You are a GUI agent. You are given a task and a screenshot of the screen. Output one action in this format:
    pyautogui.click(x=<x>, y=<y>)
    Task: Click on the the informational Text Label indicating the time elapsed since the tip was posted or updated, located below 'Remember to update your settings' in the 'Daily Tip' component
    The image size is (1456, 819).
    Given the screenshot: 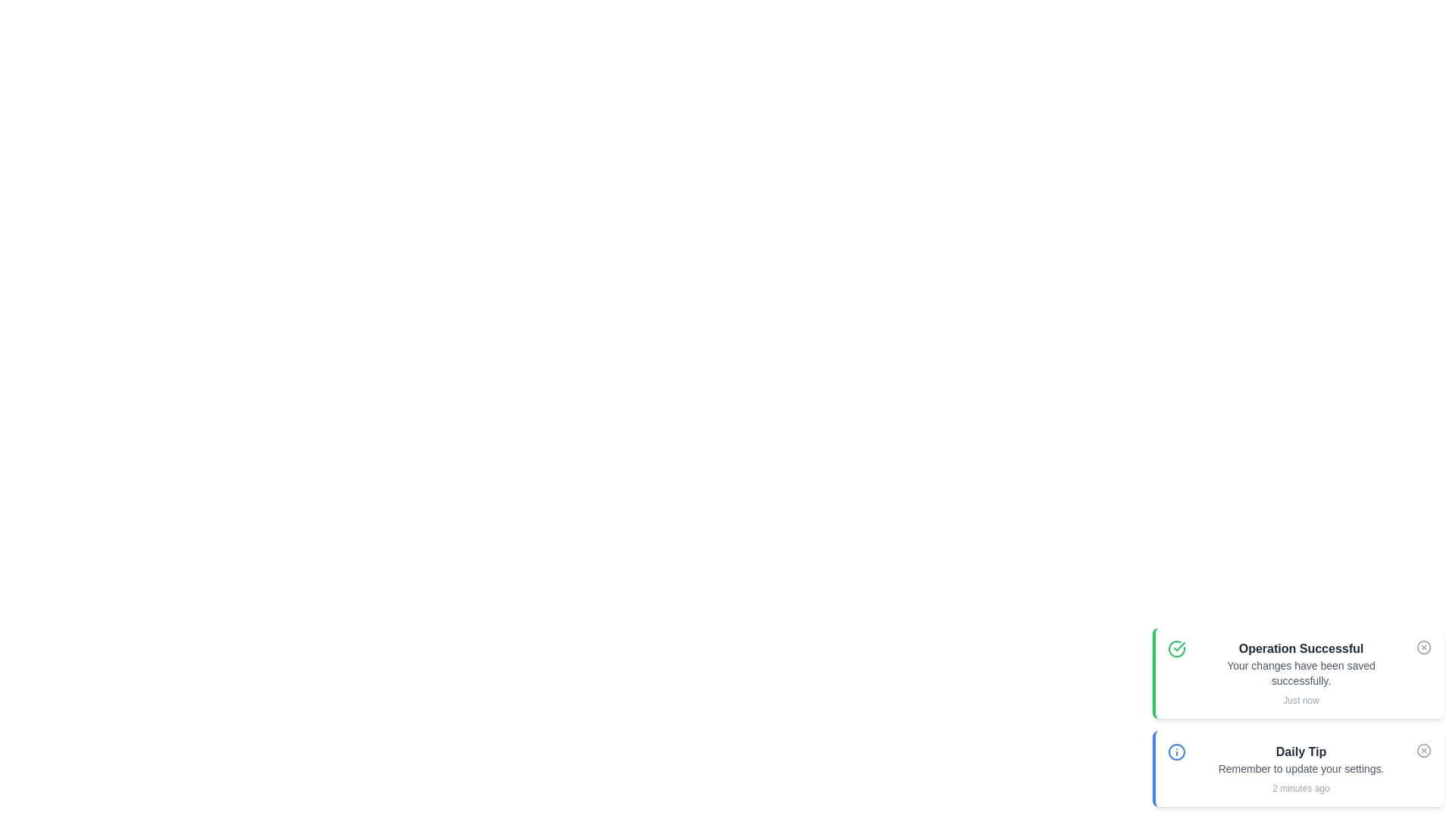 What is the action you would take?
    pyautogui.click(x=1301, y=788)
    